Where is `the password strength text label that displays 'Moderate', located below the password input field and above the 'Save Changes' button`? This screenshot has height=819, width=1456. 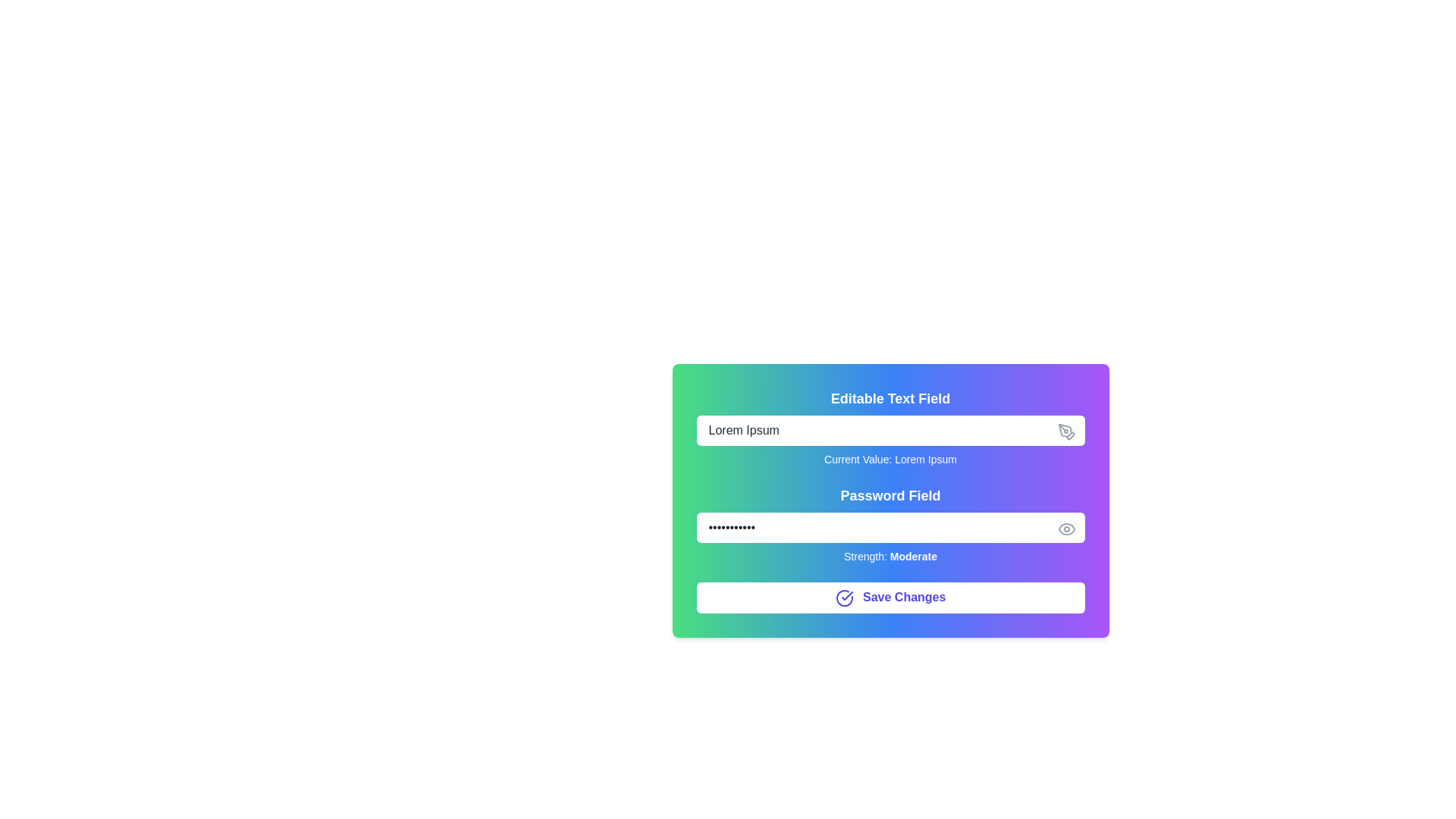
the password strength text label that displays 'Moderate', located below the password input field and above the 'Save Changes' button is located at coordinates (890, 556).